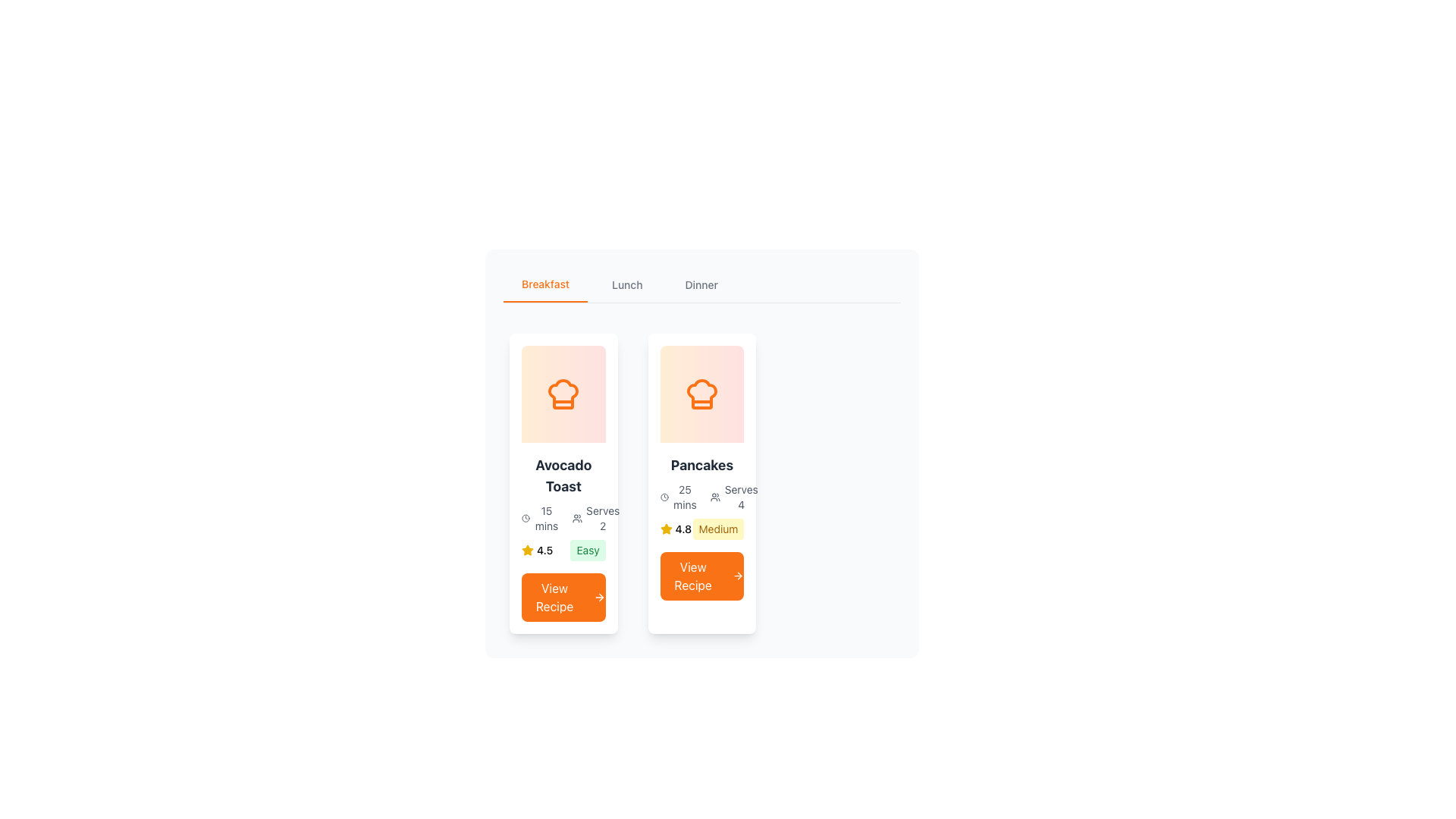 The width and height of the screenshot is (1456, 819). Describe the element at coordinates (701, 529) in the screenshot. I see `the rating (4.8) and difficulty level (Medium) displayed in the Combined label and rating display for the 'Pancakes' recipe, which is located above the 'View Recipe' button` at that location.